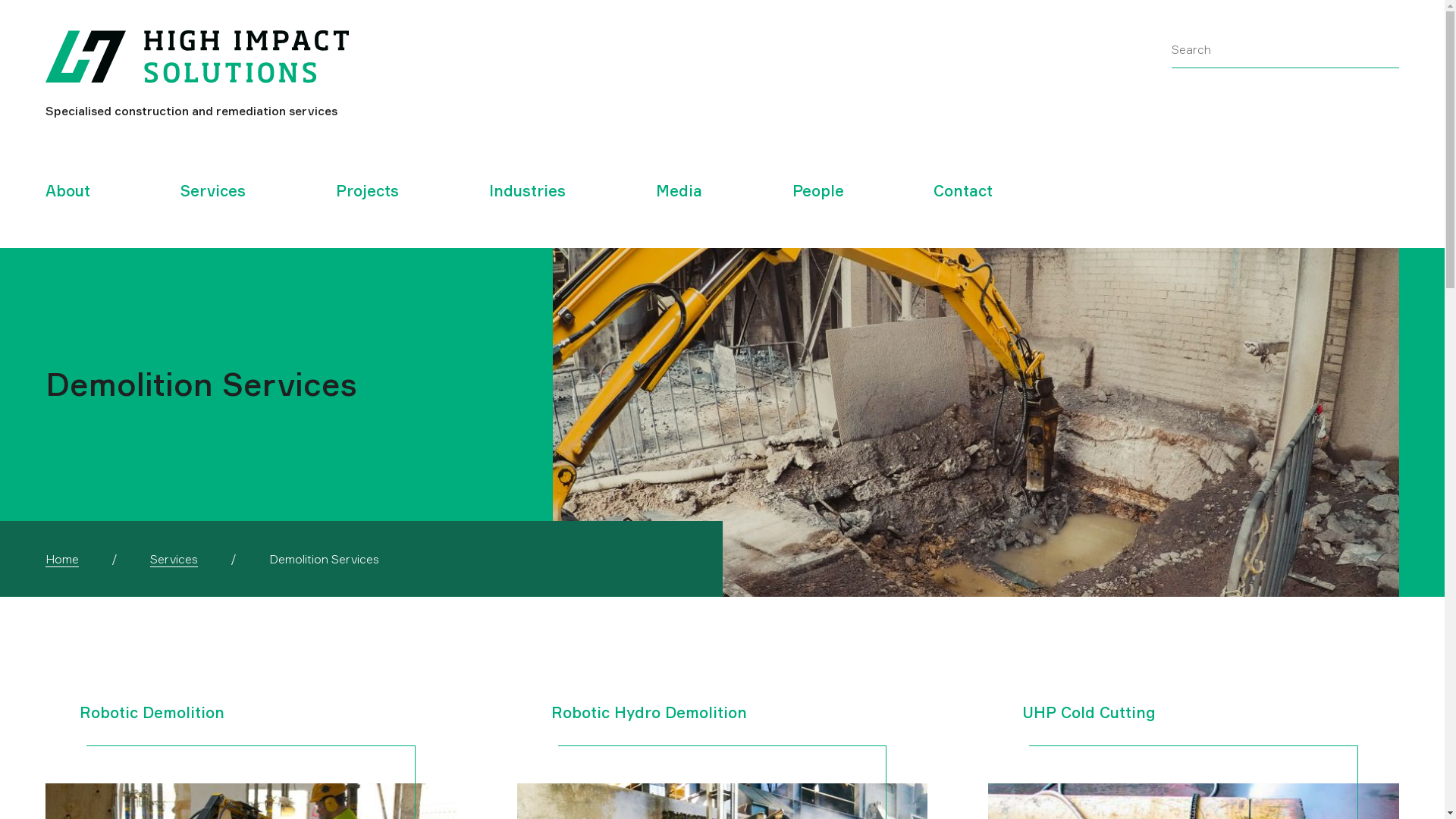 Image resolution: width=1456 pixels, height=819 pixels. I want to click on 'Projects', so click(367, 190).